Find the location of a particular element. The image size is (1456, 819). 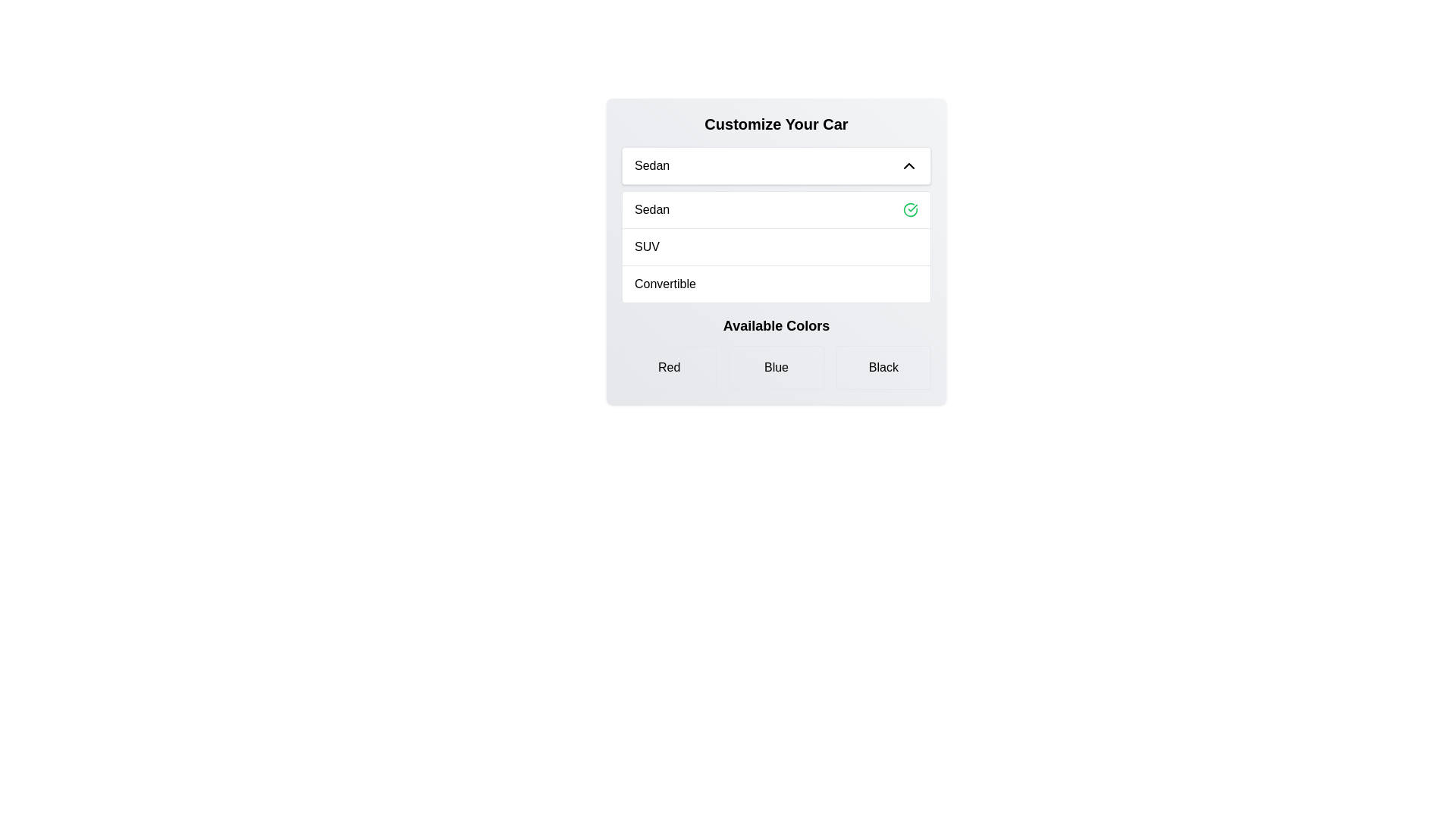

the static text label displaying 'Customize Your Car', which is a bold and larger-than-normal header located at the top of the car customization interface is located at coordinates (776, 124).